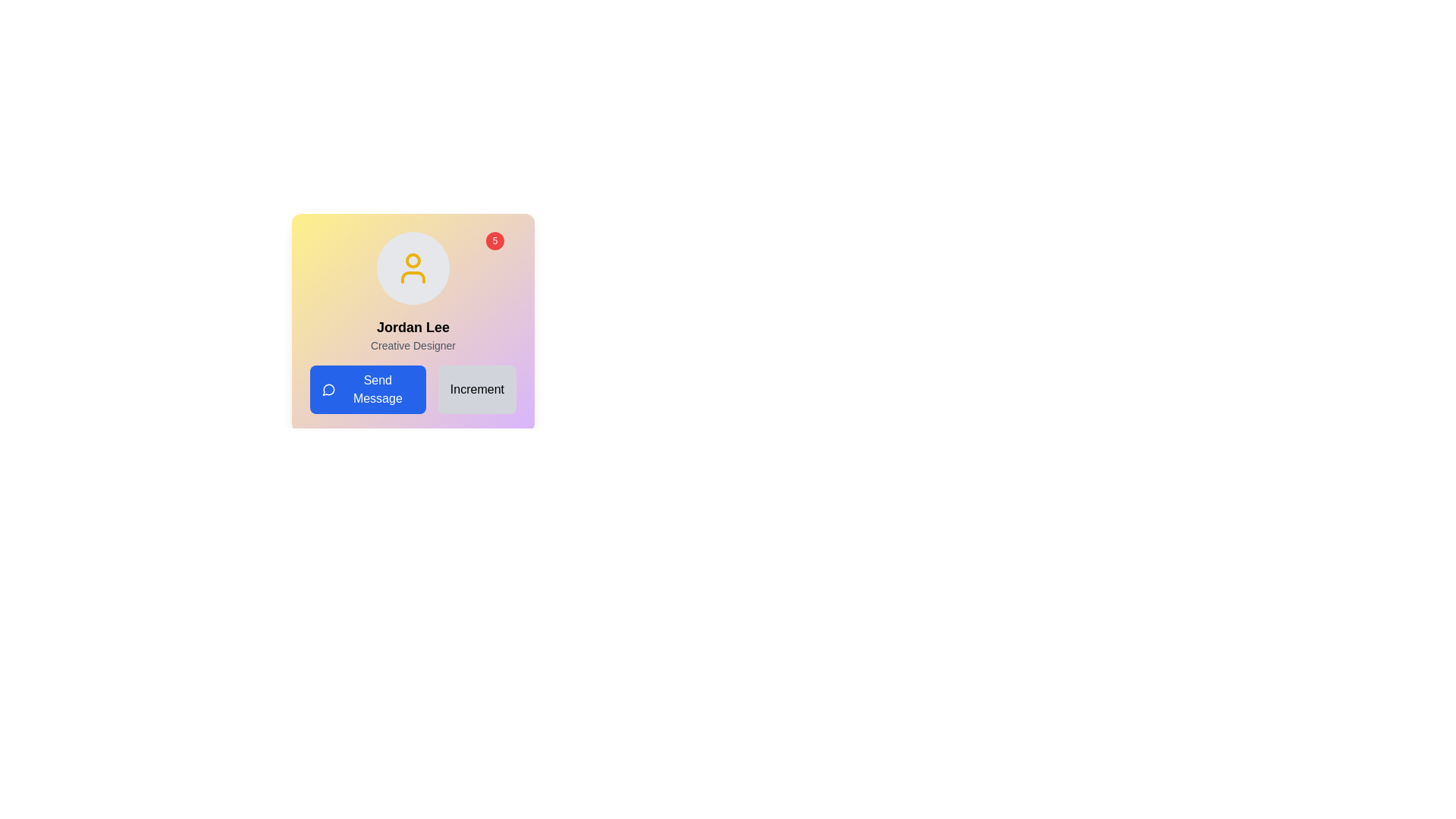 This screenshot has width=1456, height=819. I want to click on the 'Increment' button, which is a rectangular button with a light gray background and rounded corners, located at the bottom center of the card, so click(476, 388).